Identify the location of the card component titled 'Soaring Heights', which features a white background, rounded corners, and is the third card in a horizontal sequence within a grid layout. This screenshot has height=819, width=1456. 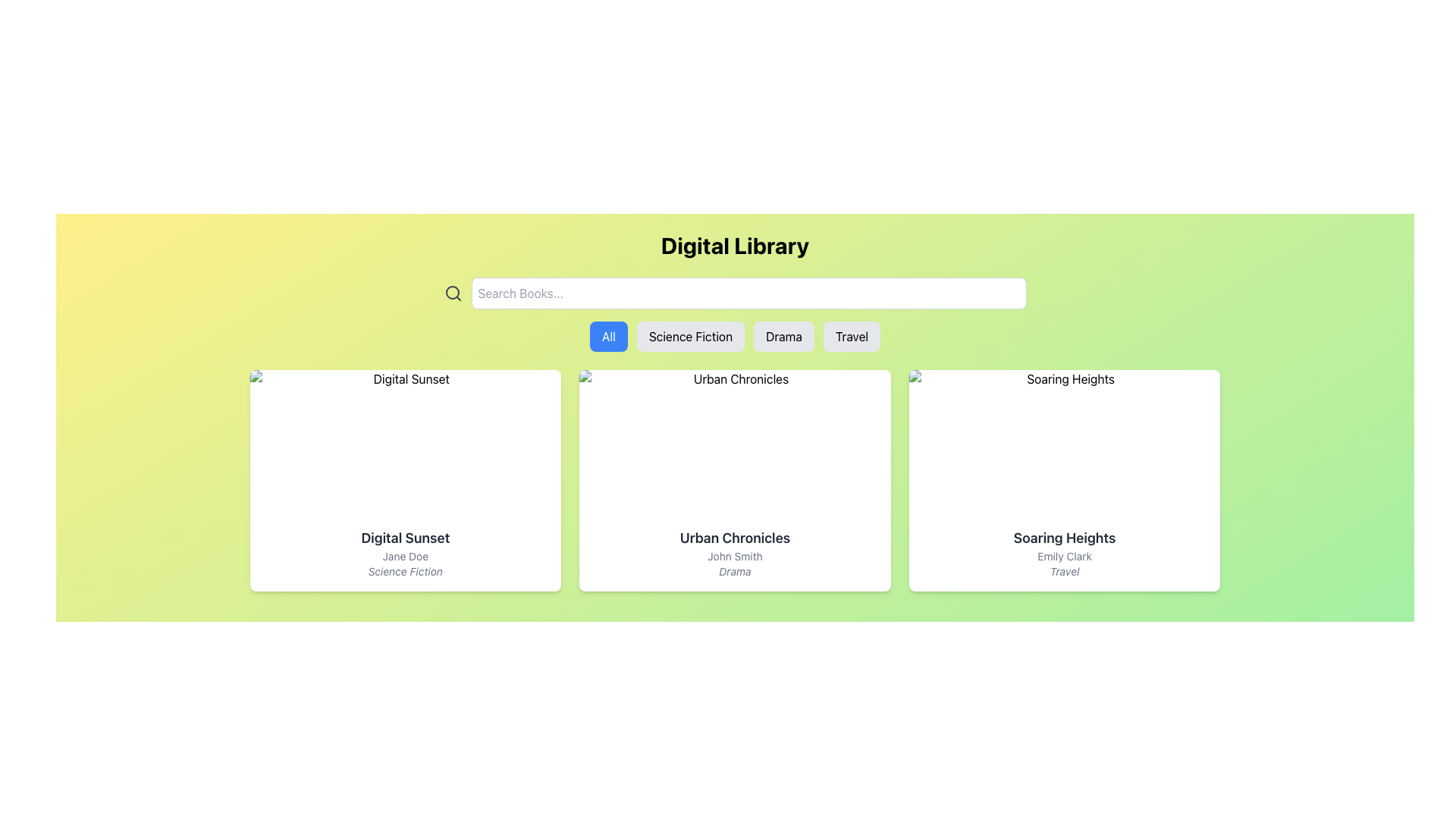
(1064, 480).